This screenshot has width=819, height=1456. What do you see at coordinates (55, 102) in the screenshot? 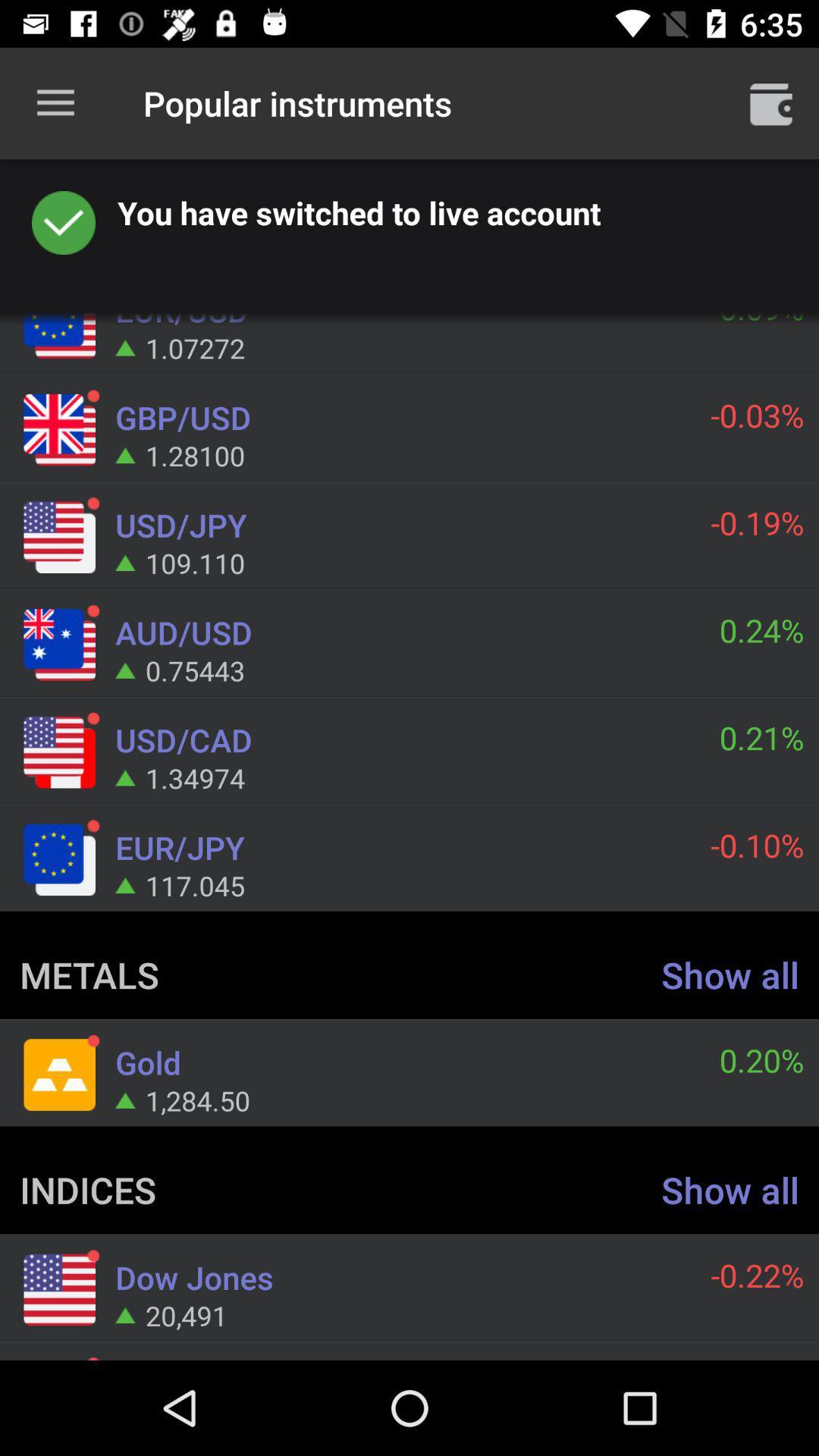
I see `the item above the currencies` at bounding box center [55, 102].